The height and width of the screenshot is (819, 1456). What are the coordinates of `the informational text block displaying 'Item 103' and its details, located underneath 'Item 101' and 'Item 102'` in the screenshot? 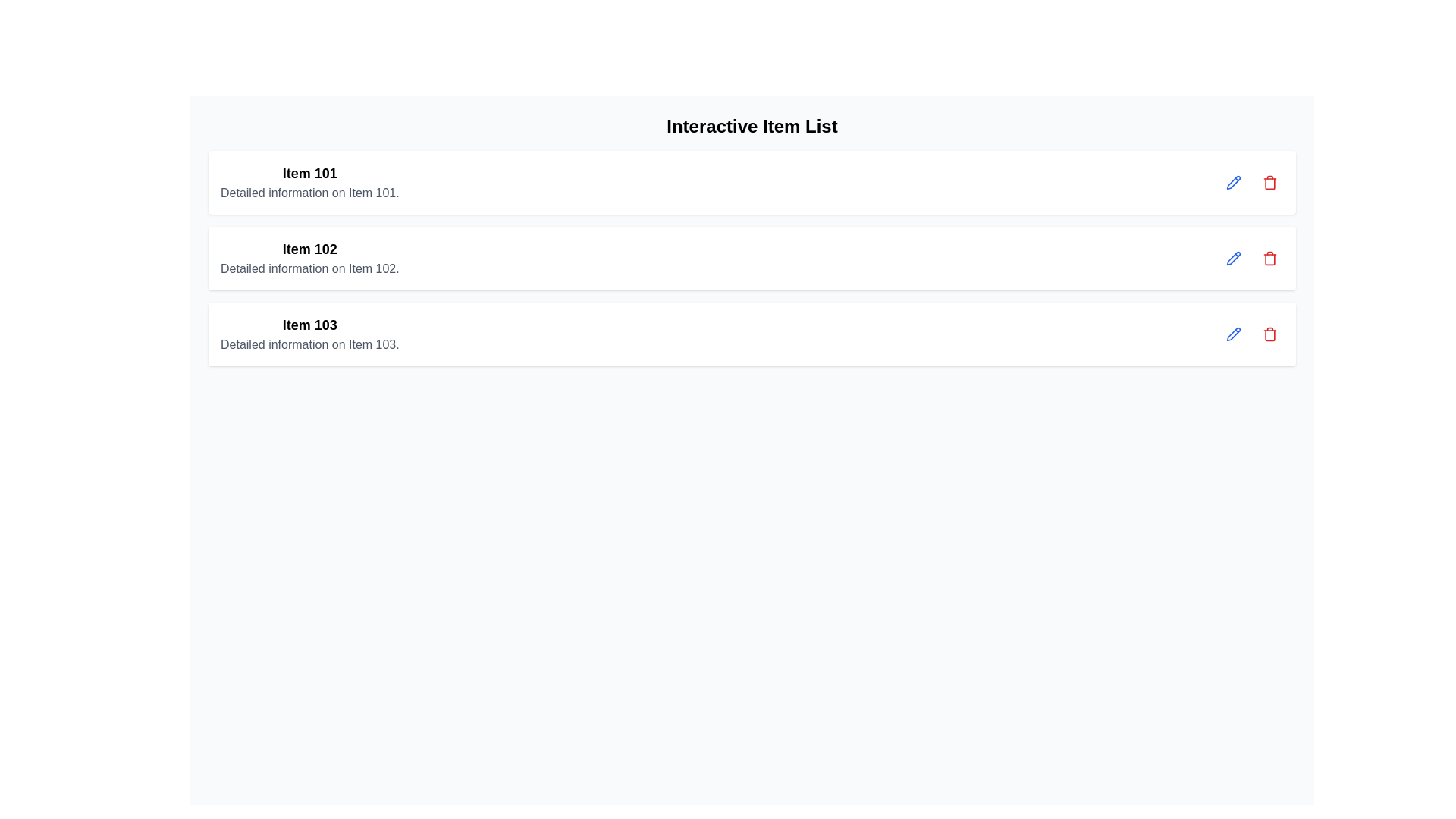 It's located at (309, 333).